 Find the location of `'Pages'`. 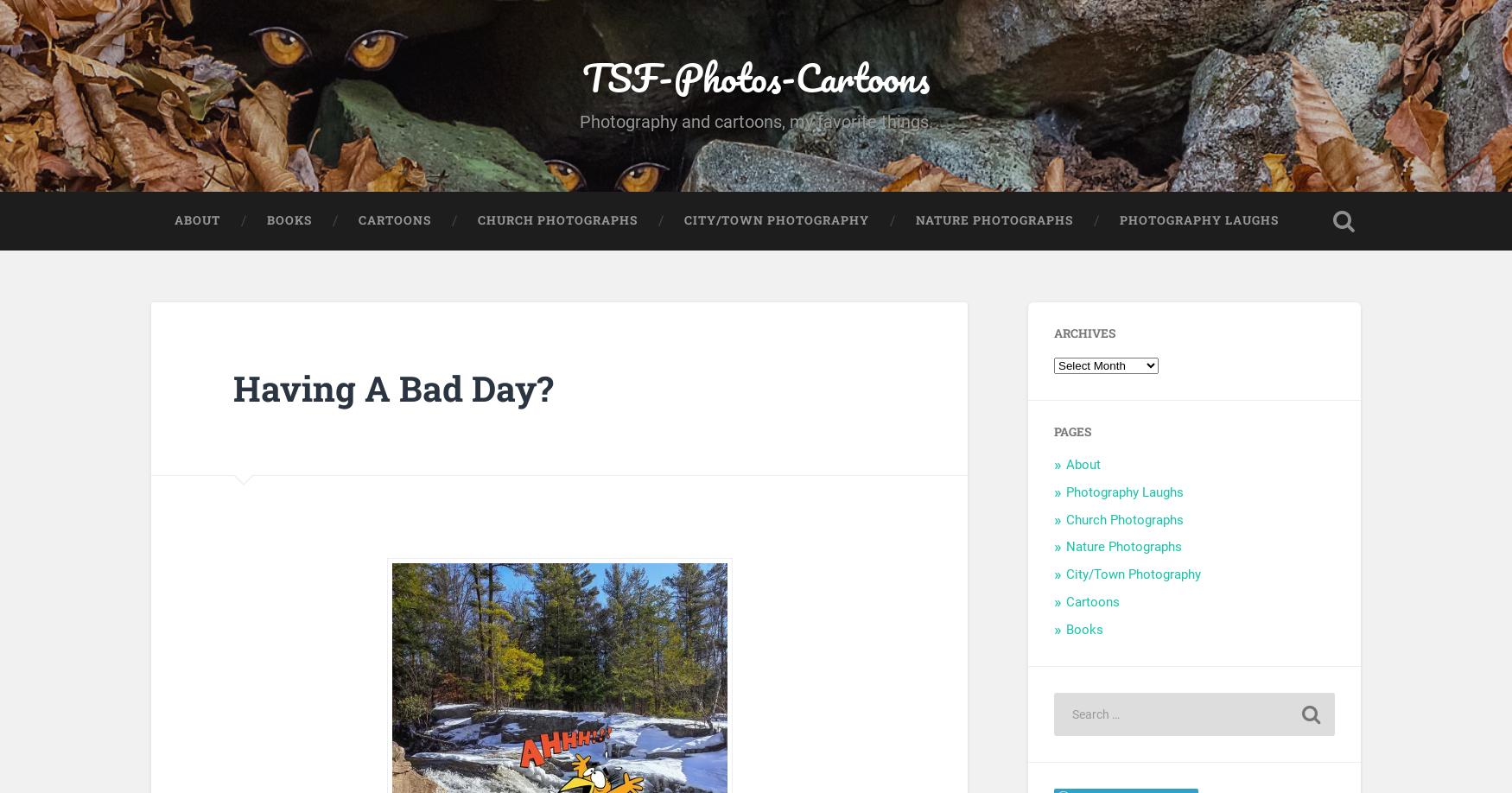

'Pages' is located at coordinates (1053, 432).